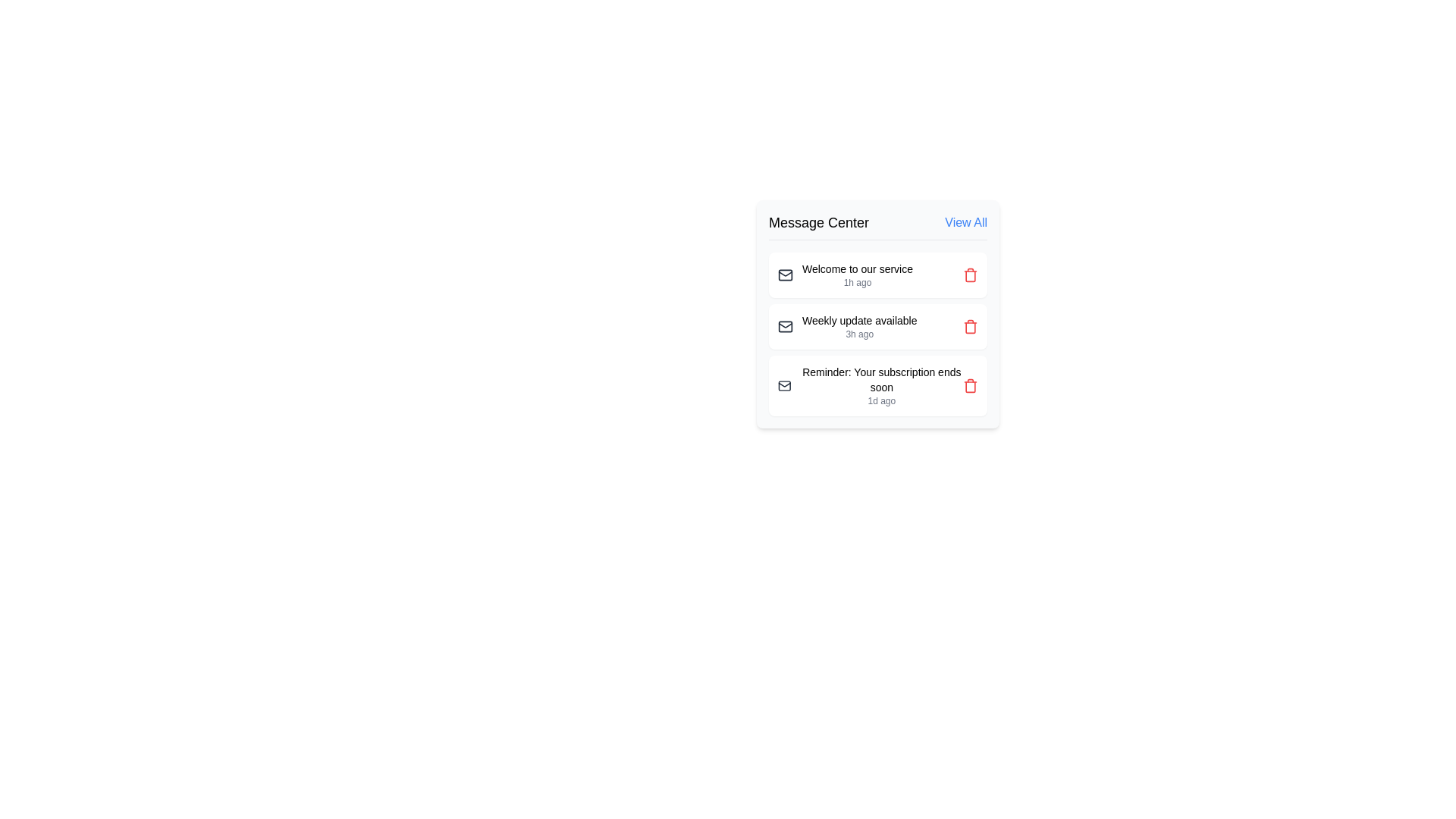 This screenshot has width=1456, height=819. What do you see at coordinates (870, 385) in the screenshot?
I see `the email icon of the third notification item in the Message Center` at bounding box center [870, 385].